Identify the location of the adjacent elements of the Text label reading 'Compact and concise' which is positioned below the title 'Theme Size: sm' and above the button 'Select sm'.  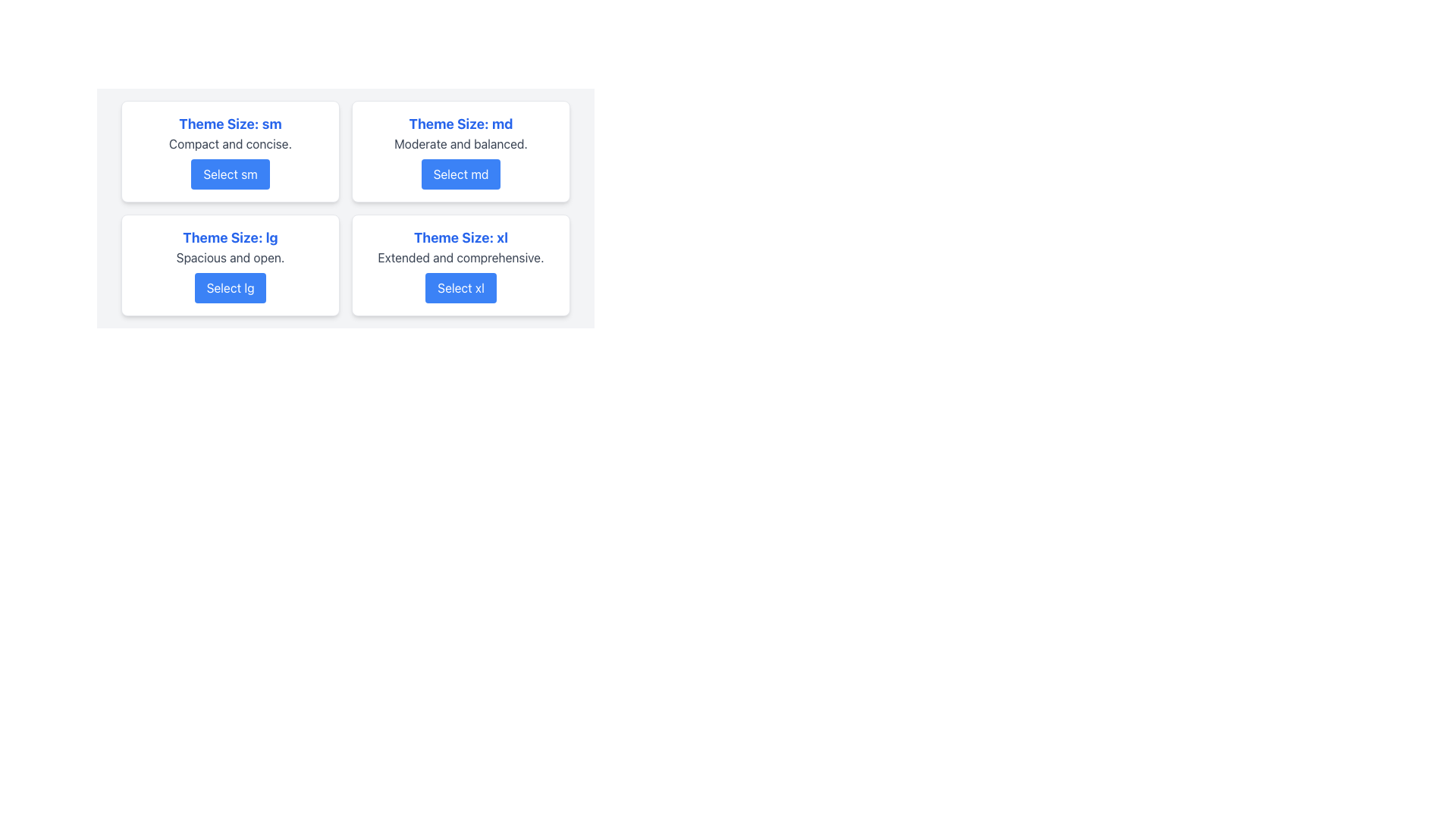
(229, 143).